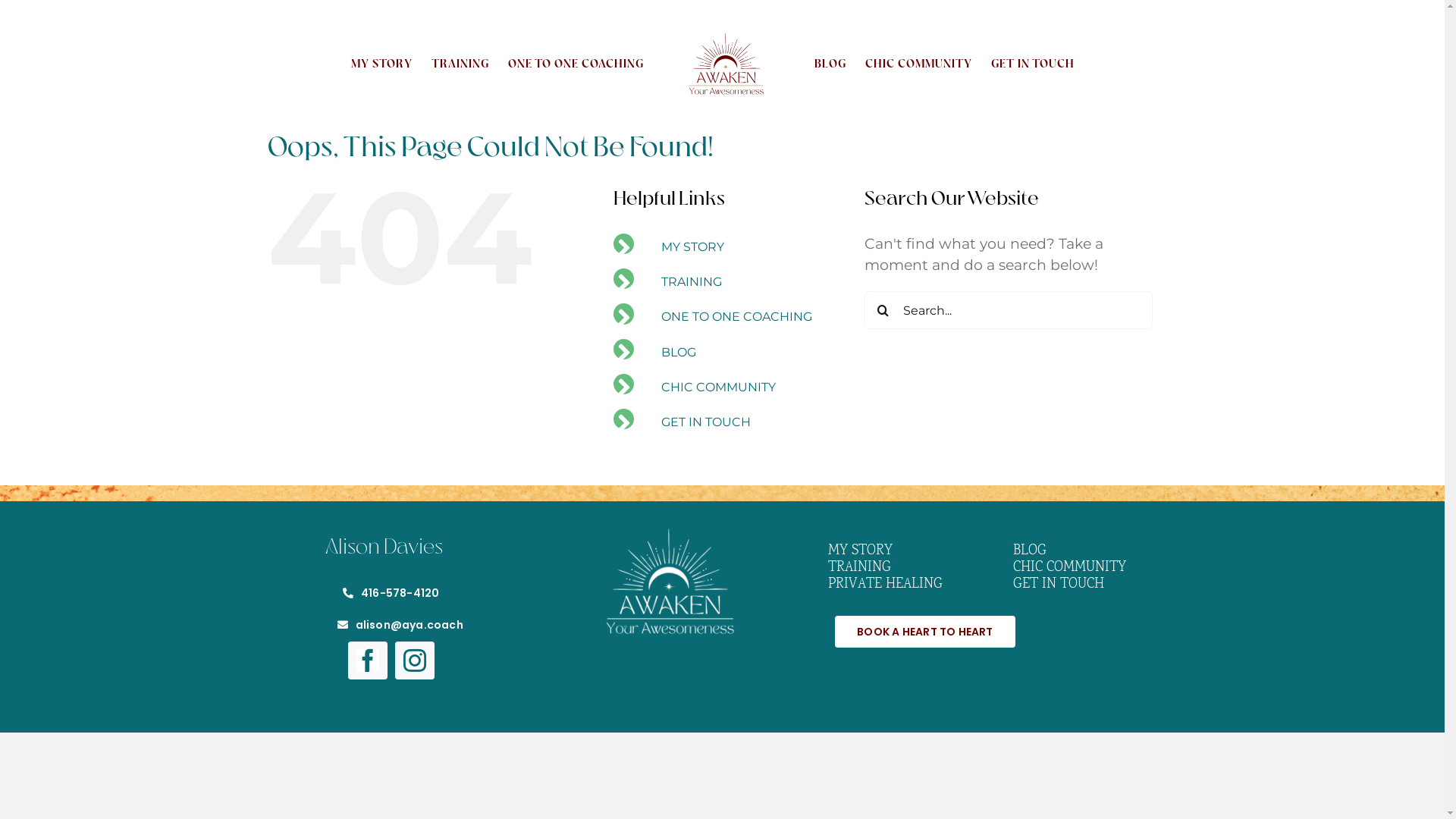 This screenshot has width=1456, height=819. Describe the element at coordinates (1012, 551) in the screenshot. I see `'BLOG'` at that location.